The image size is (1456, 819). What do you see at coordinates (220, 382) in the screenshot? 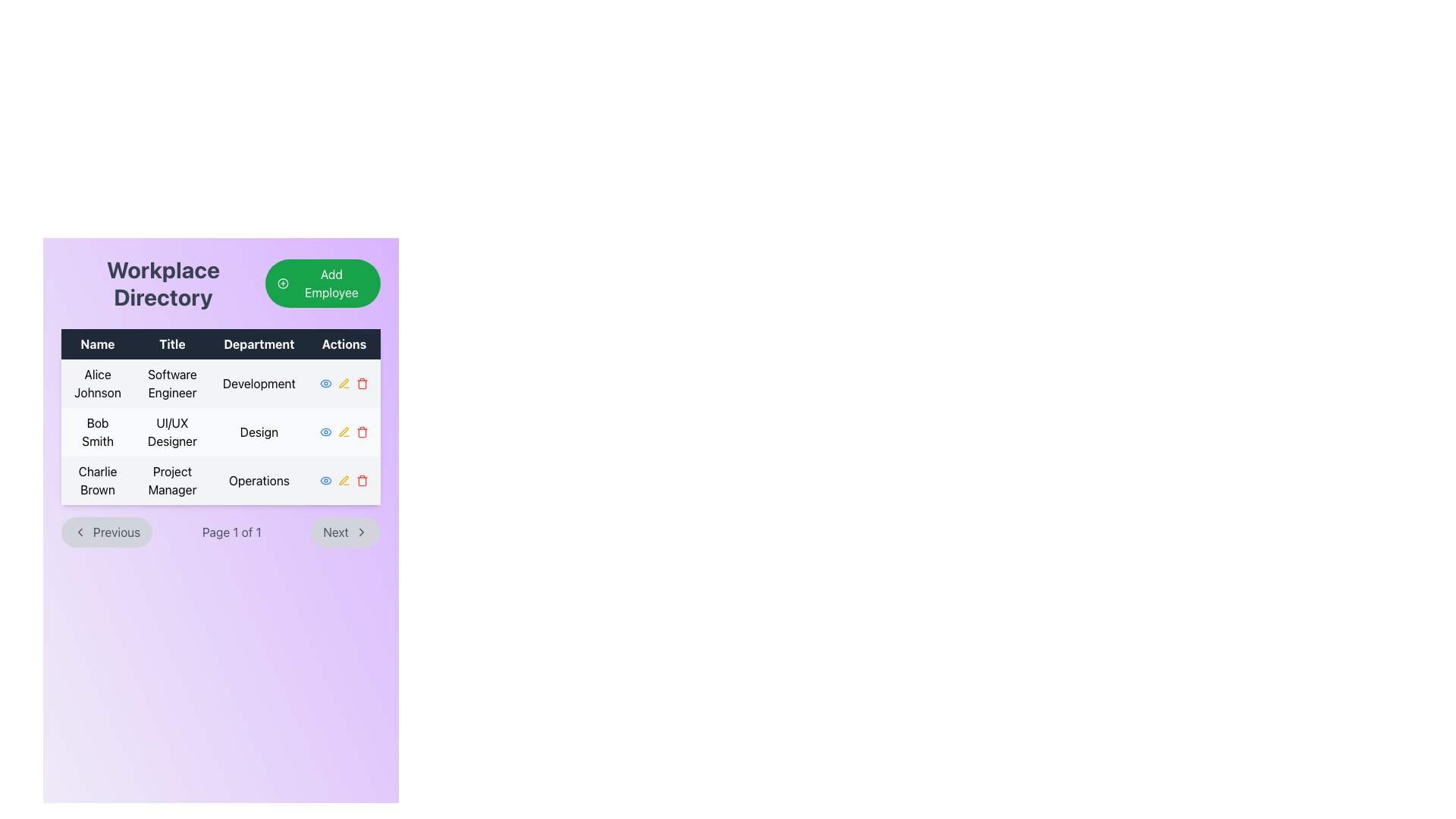
I see `the first row in the table displaying 'Alice Johnson', 'Software Engineer', and 'Development'` at bounding box center [220, 382].